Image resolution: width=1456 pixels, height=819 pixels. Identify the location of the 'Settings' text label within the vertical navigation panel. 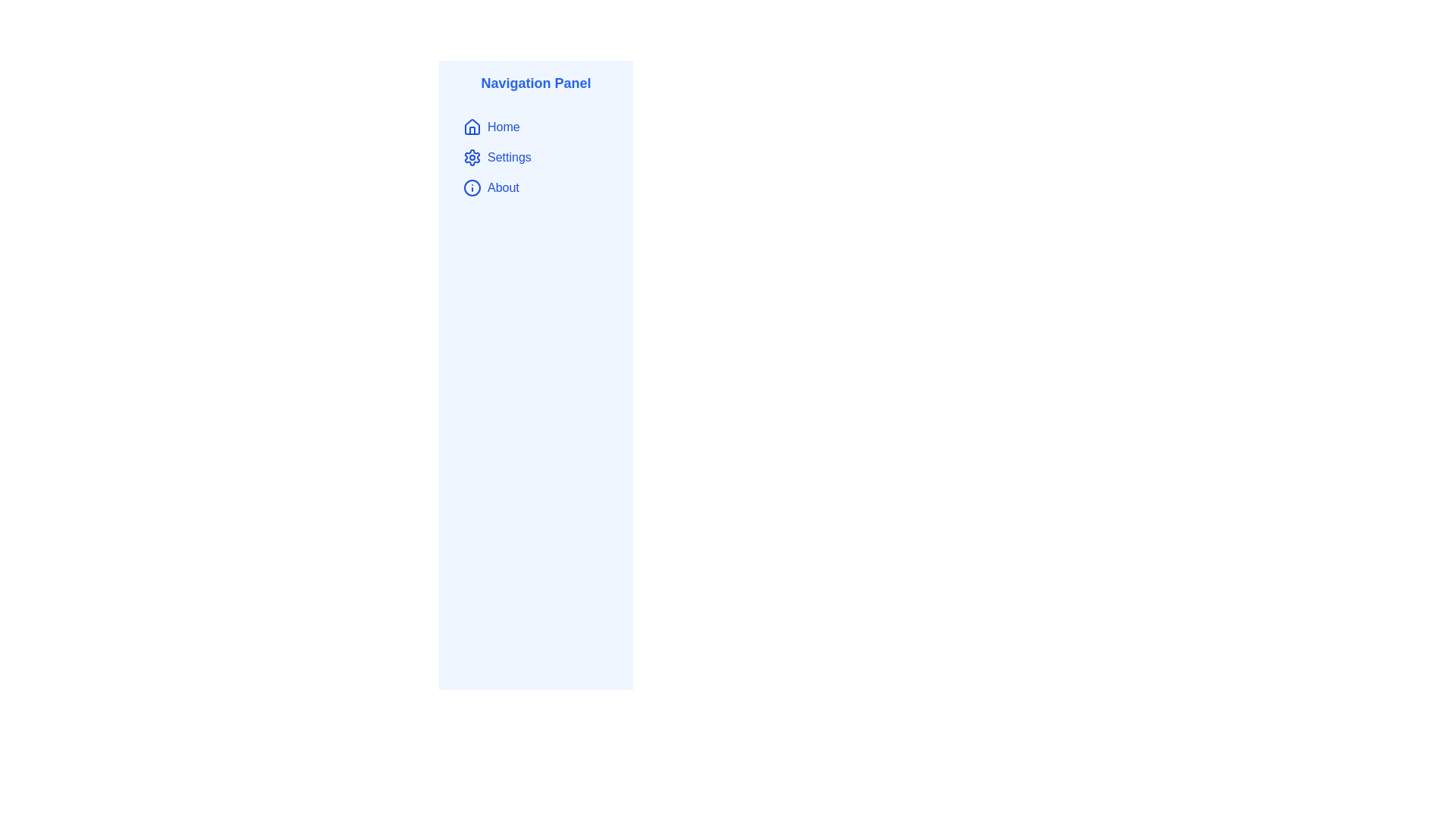
(510, 158).